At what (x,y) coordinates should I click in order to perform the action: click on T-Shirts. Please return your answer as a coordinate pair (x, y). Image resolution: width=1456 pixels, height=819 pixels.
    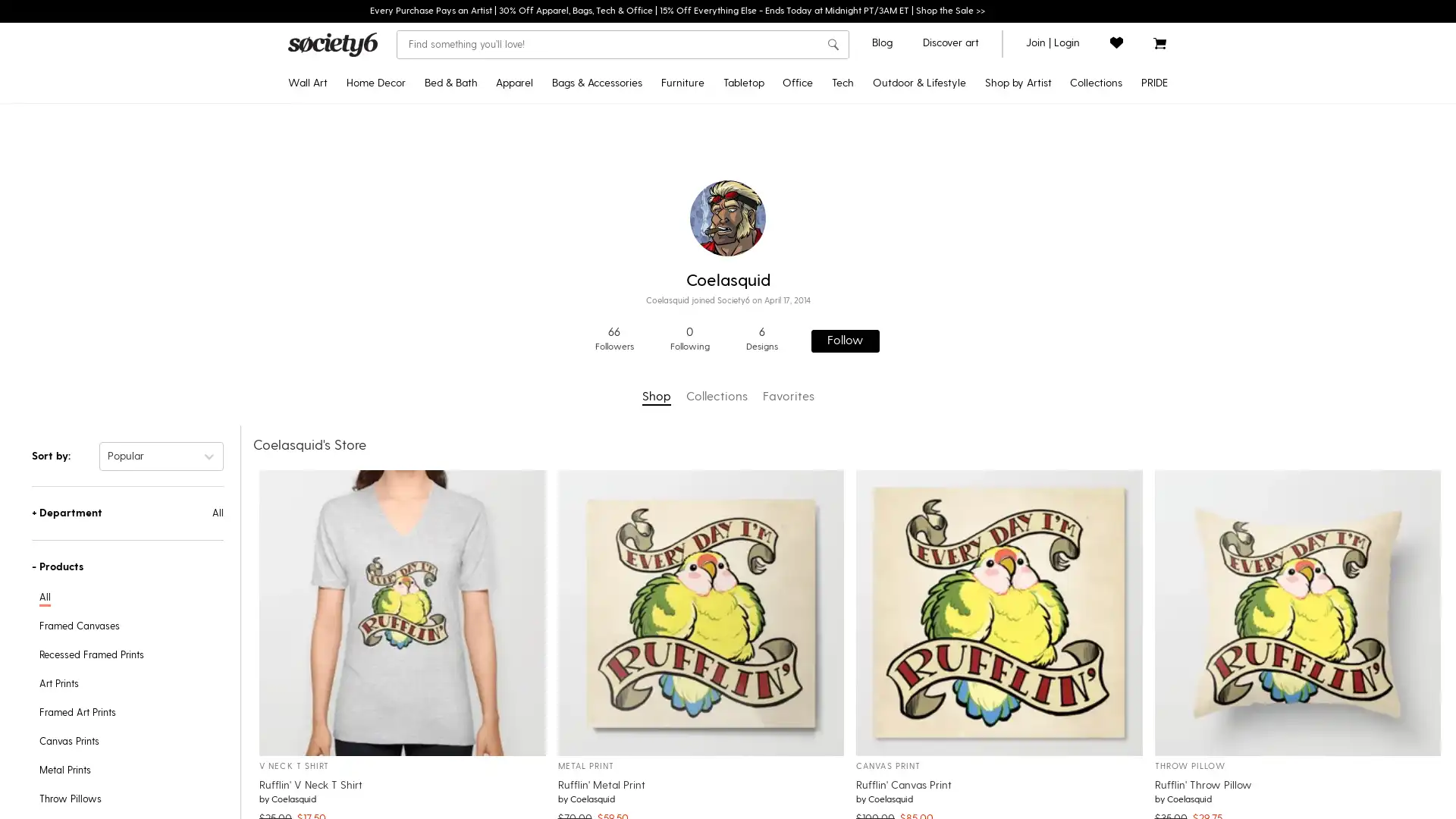
    Looking at the image, I should click on (562, 121).